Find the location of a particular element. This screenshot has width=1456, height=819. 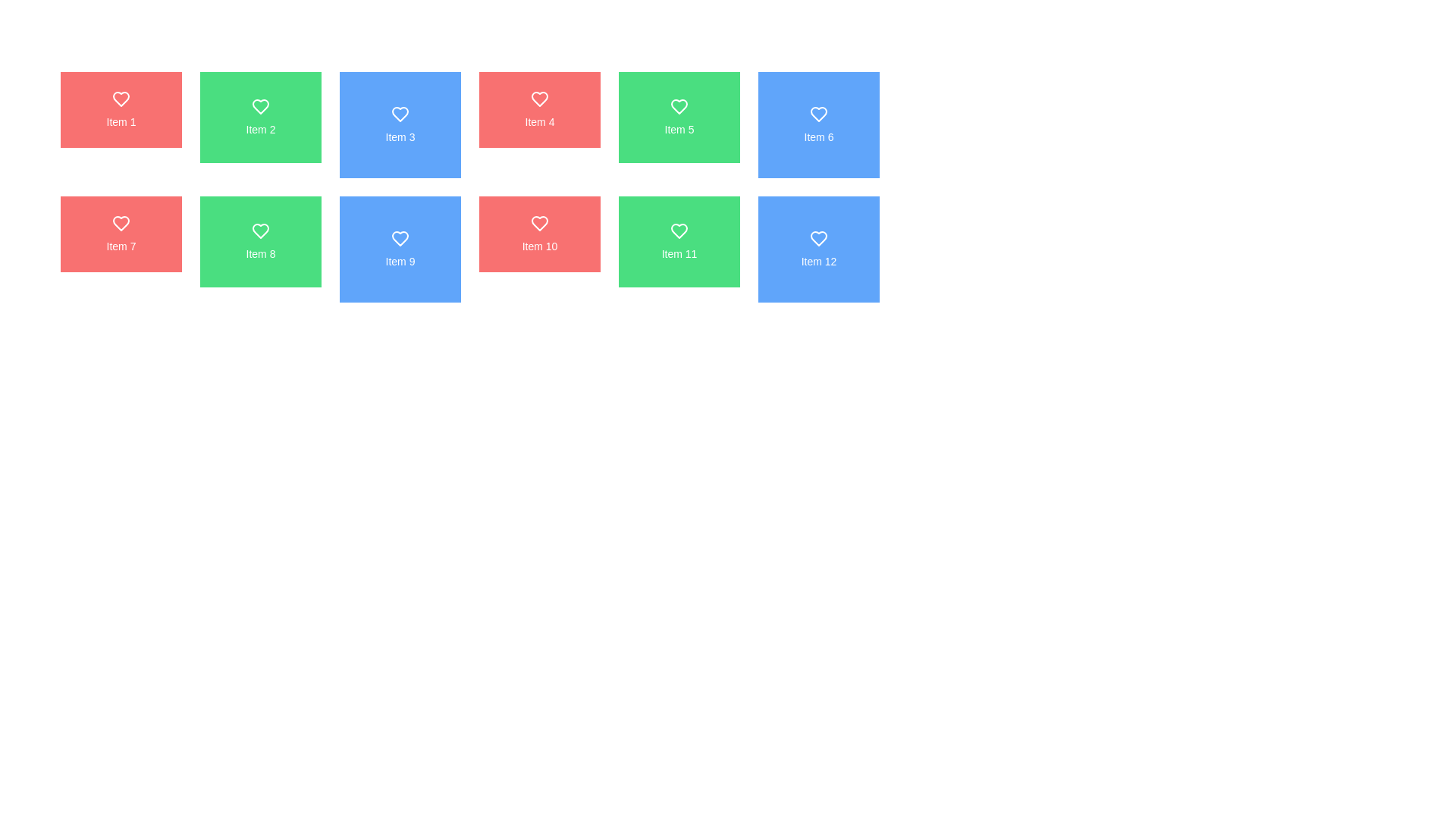

the heart icon, which is white in color and located on a green square background above the text label 'Item 11' is located at coordinates (679, 231).